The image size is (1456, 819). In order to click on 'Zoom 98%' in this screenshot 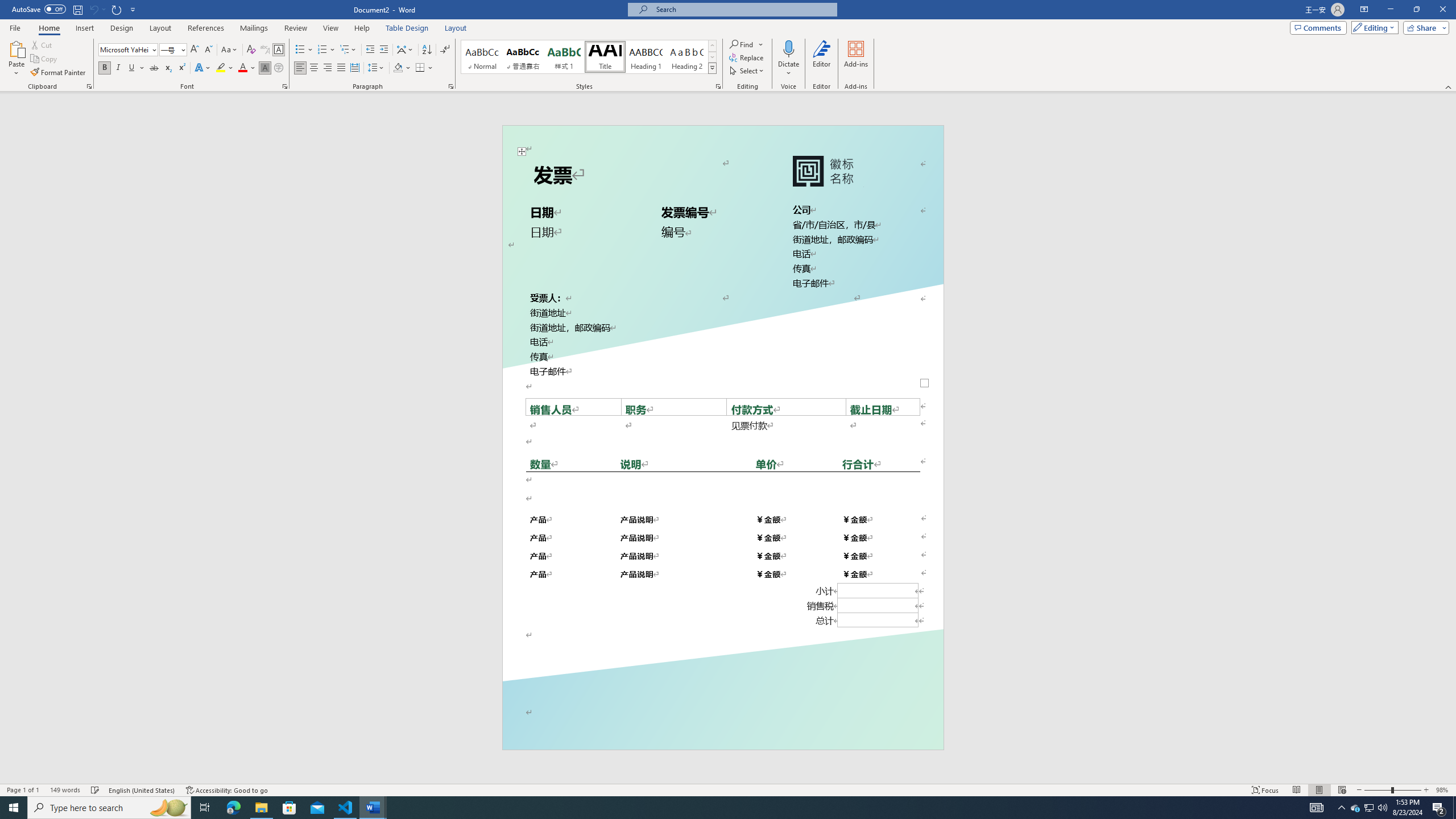, I will do `click(1443, 790)`.